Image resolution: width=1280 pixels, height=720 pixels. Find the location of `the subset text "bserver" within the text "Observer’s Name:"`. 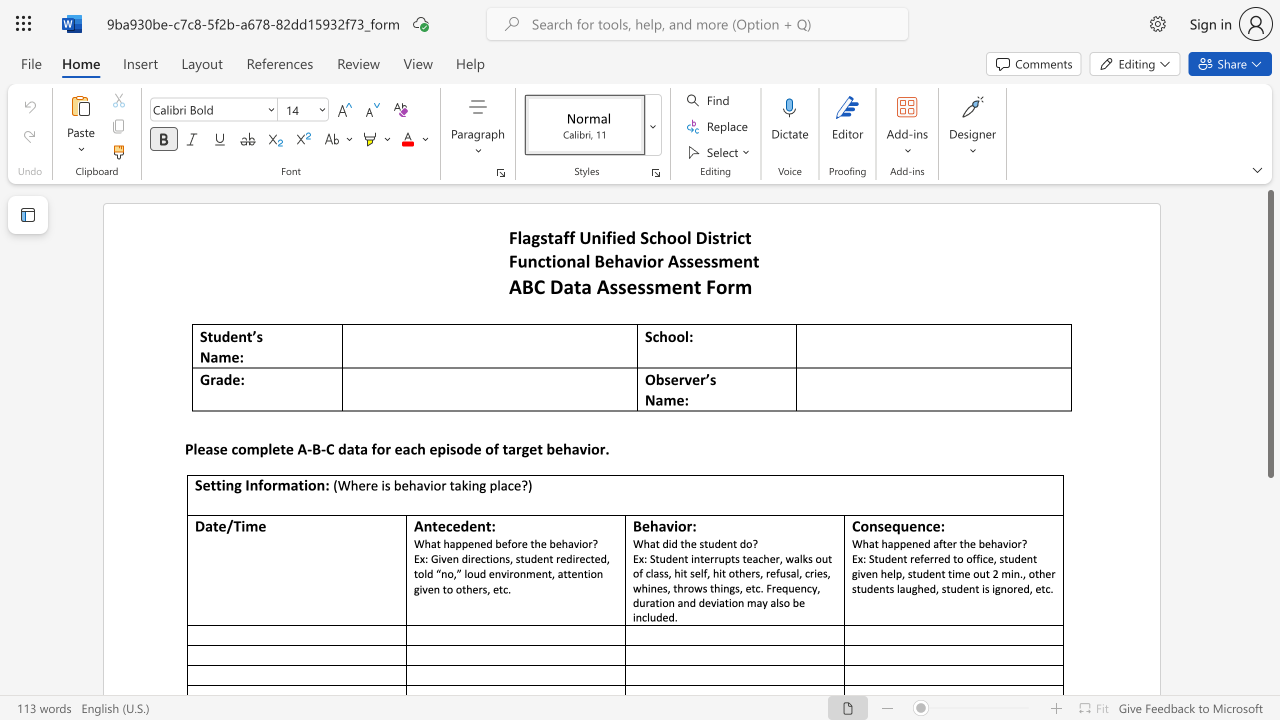

the subset text "bserver" within the text "Observer’s Name:" is located at coordinates (655, 379).